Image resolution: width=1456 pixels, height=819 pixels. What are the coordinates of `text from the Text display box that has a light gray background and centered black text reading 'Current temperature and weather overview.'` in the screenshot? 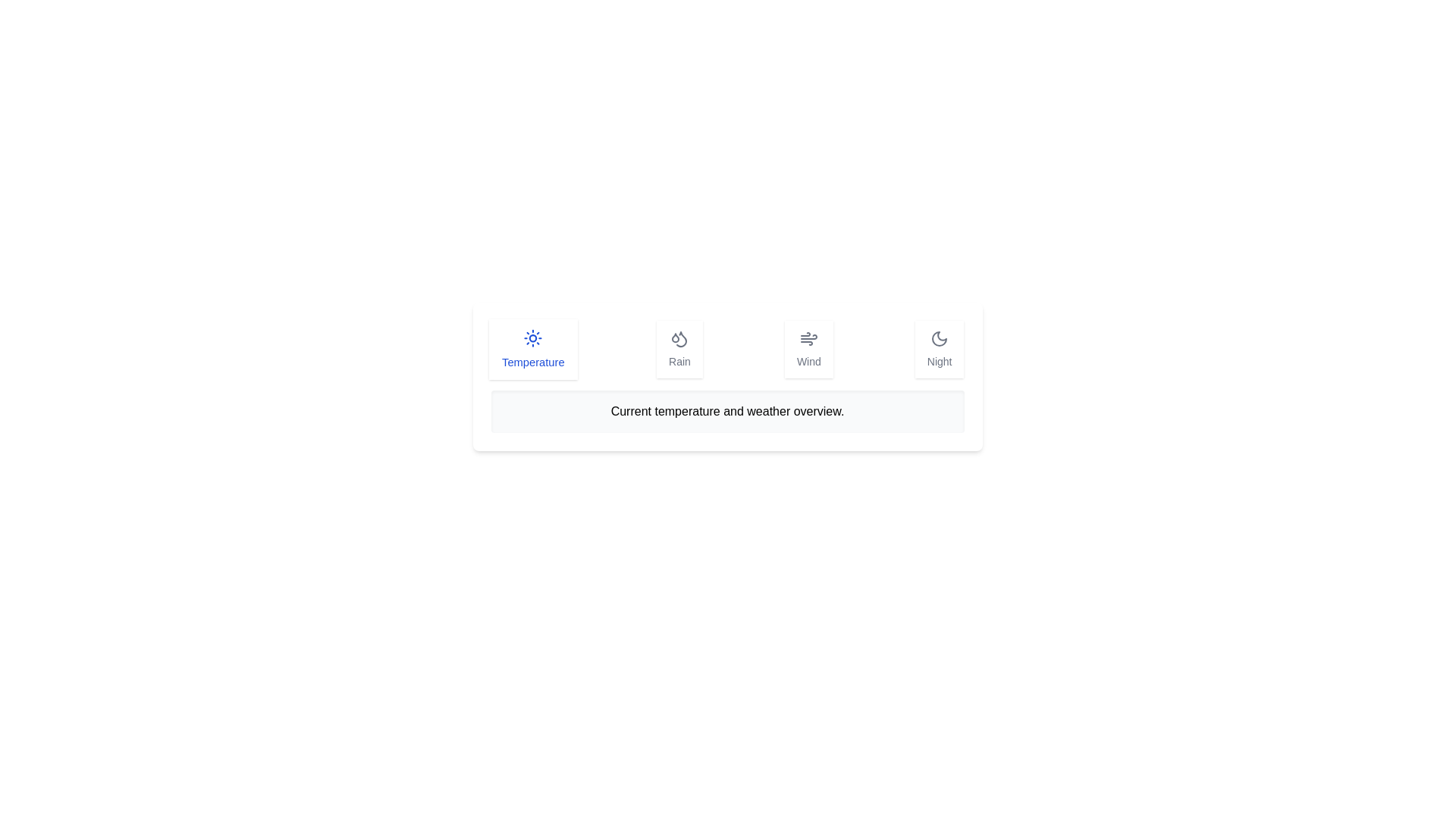 It's located at (726, 412).